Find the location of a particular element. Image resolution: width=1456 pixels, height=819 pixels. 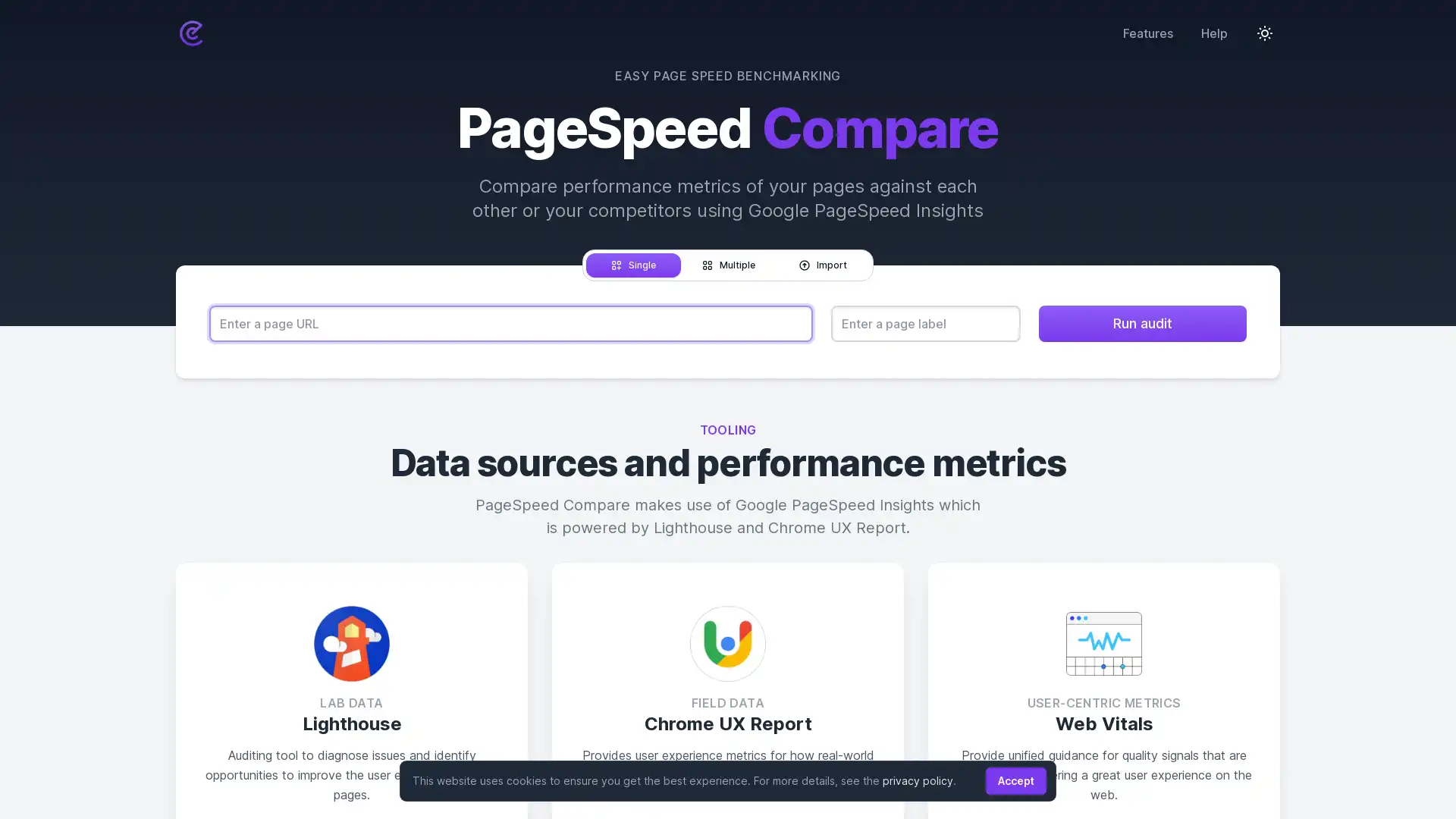

Accept is located at coordinates (1015, 780).